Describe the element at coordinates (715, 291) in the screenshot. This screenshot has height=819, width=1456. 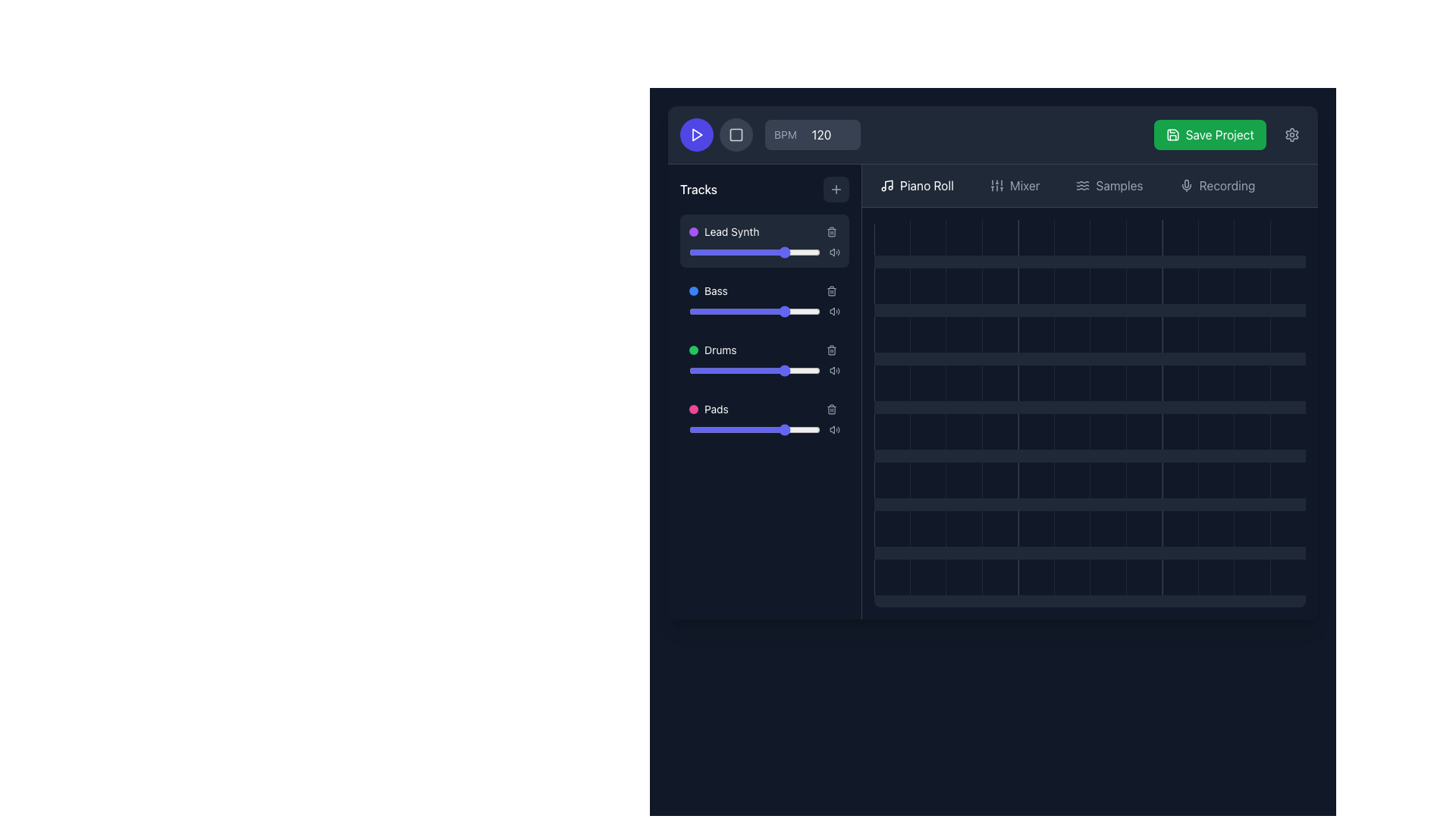
I see `the label for the musical track named 'Bass', which is the second item in a vertical list of musical track labels` at that location.